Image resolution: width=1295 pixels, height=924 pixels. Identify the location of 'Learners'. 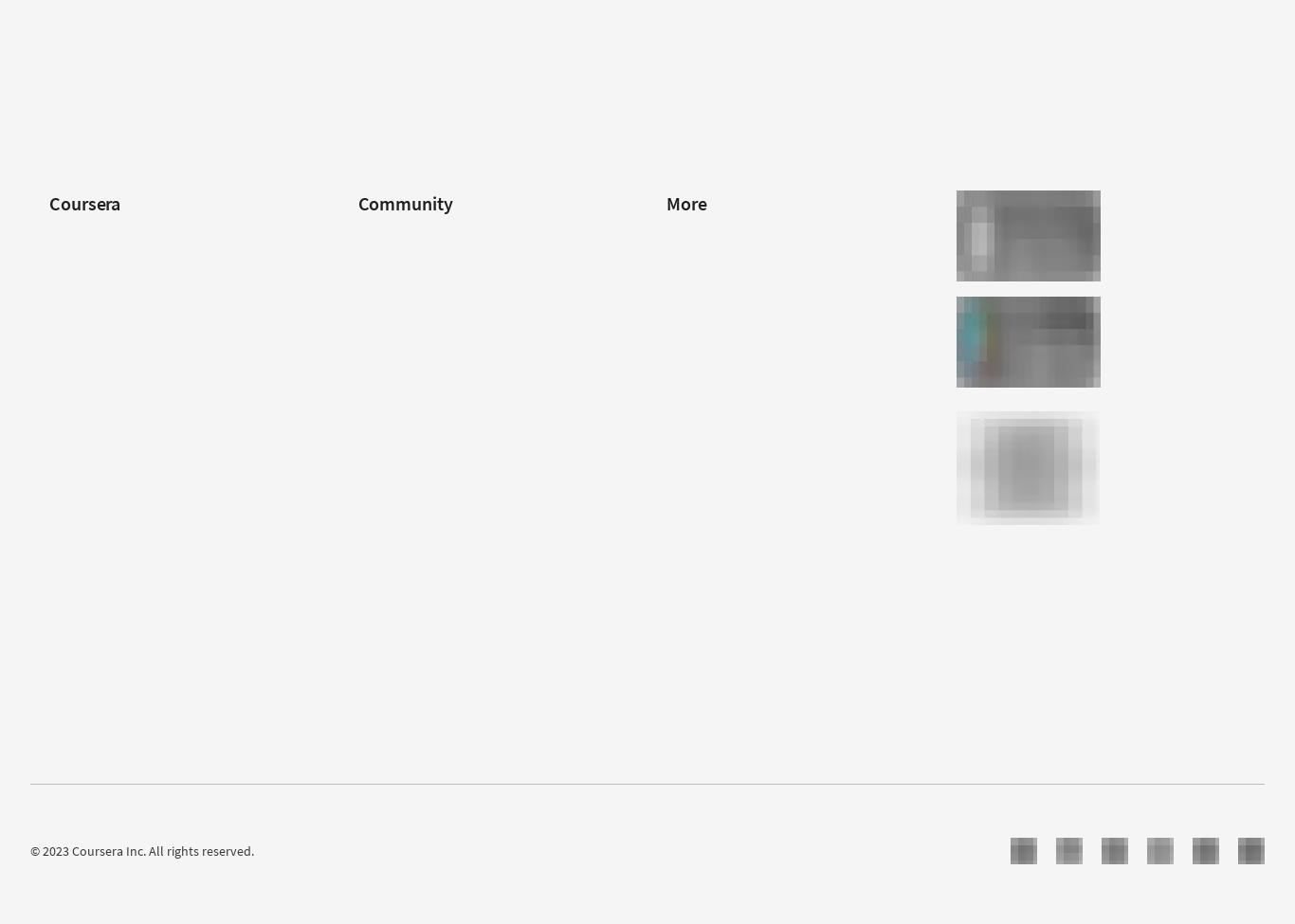
(380, 236).